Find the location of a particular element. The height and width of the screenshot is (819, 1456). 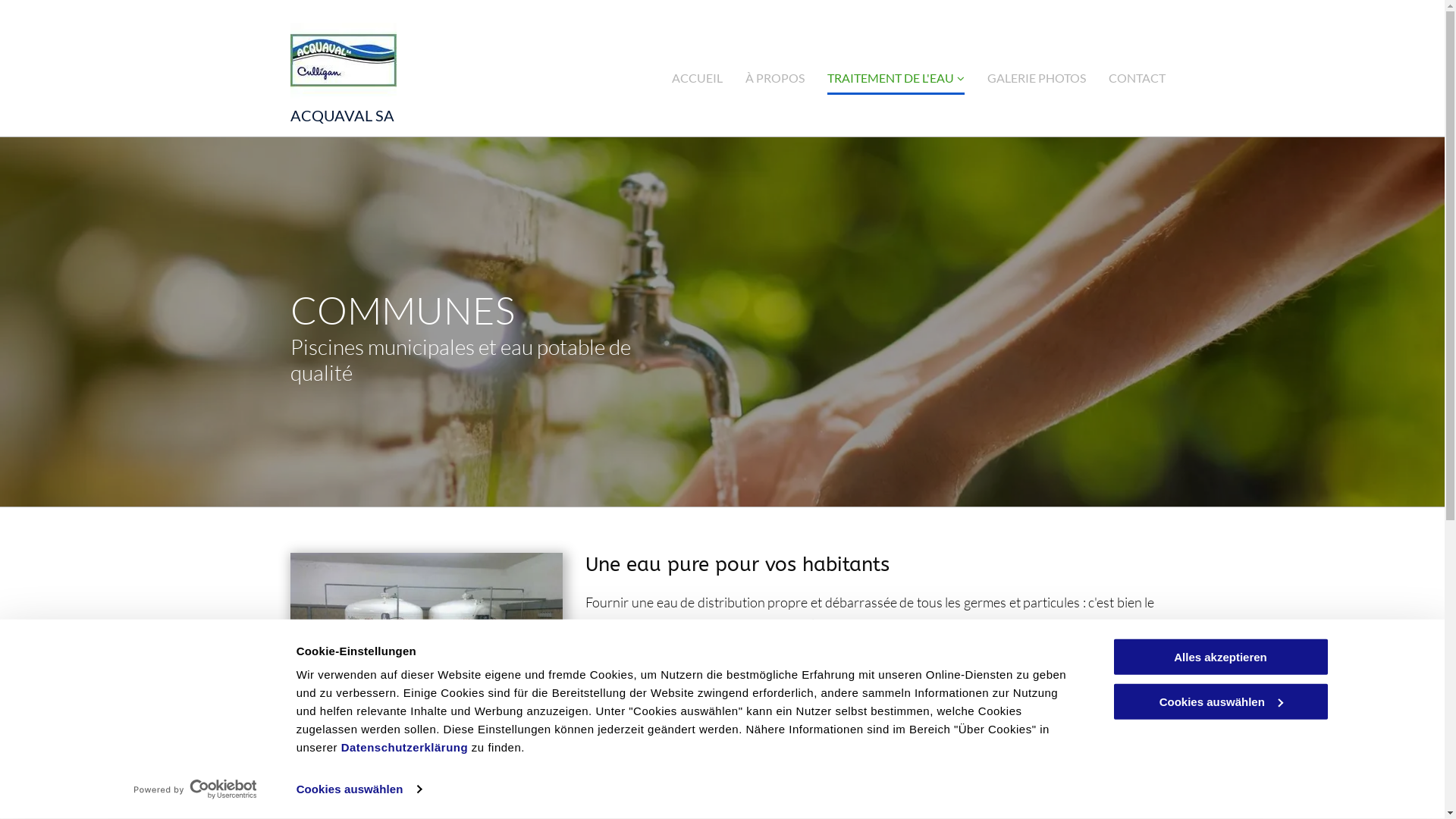

'GALERIE PHOTOS' is located at coordinates (1036, 77).